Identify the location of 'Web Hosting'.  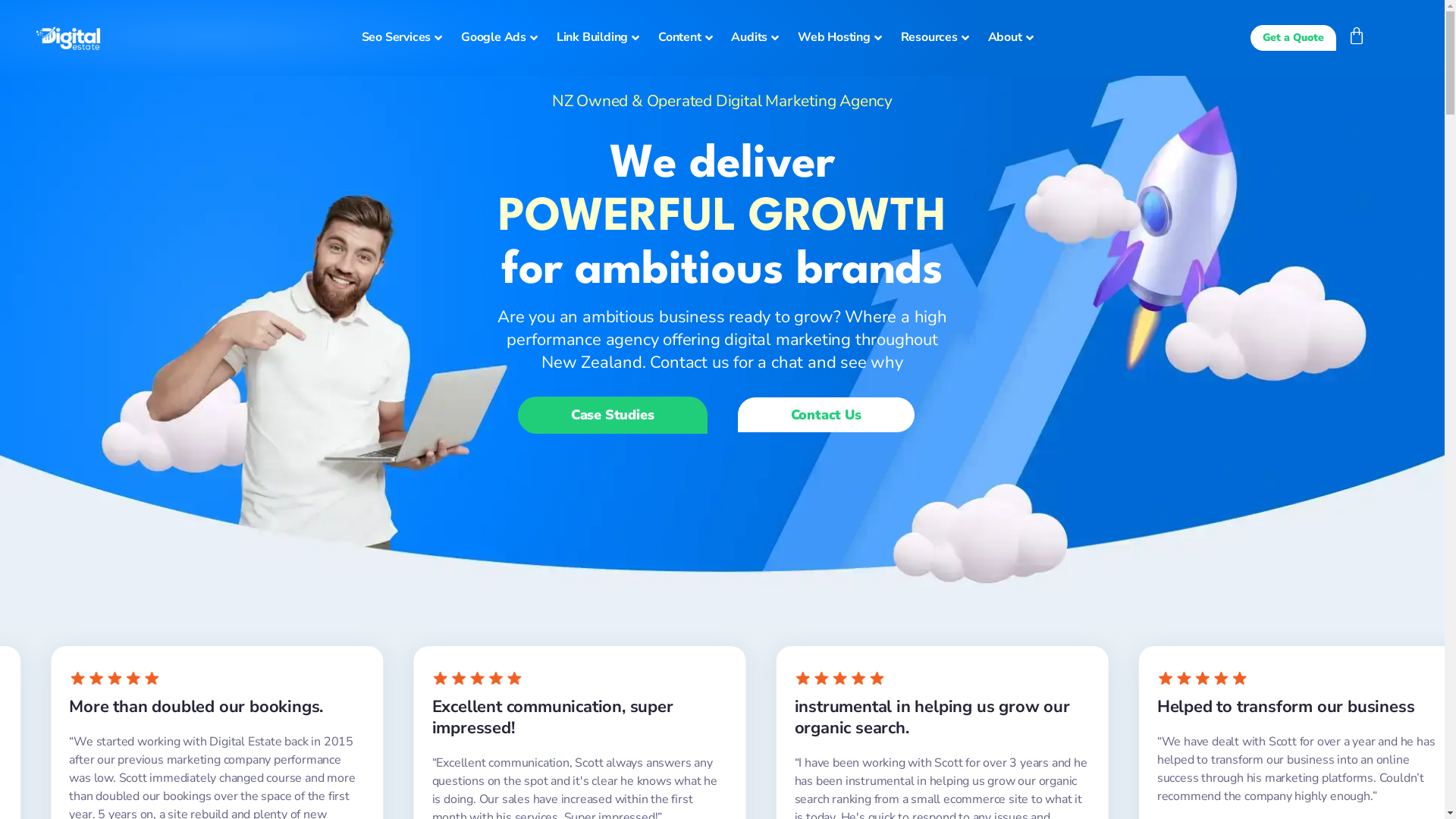
(840, 37).